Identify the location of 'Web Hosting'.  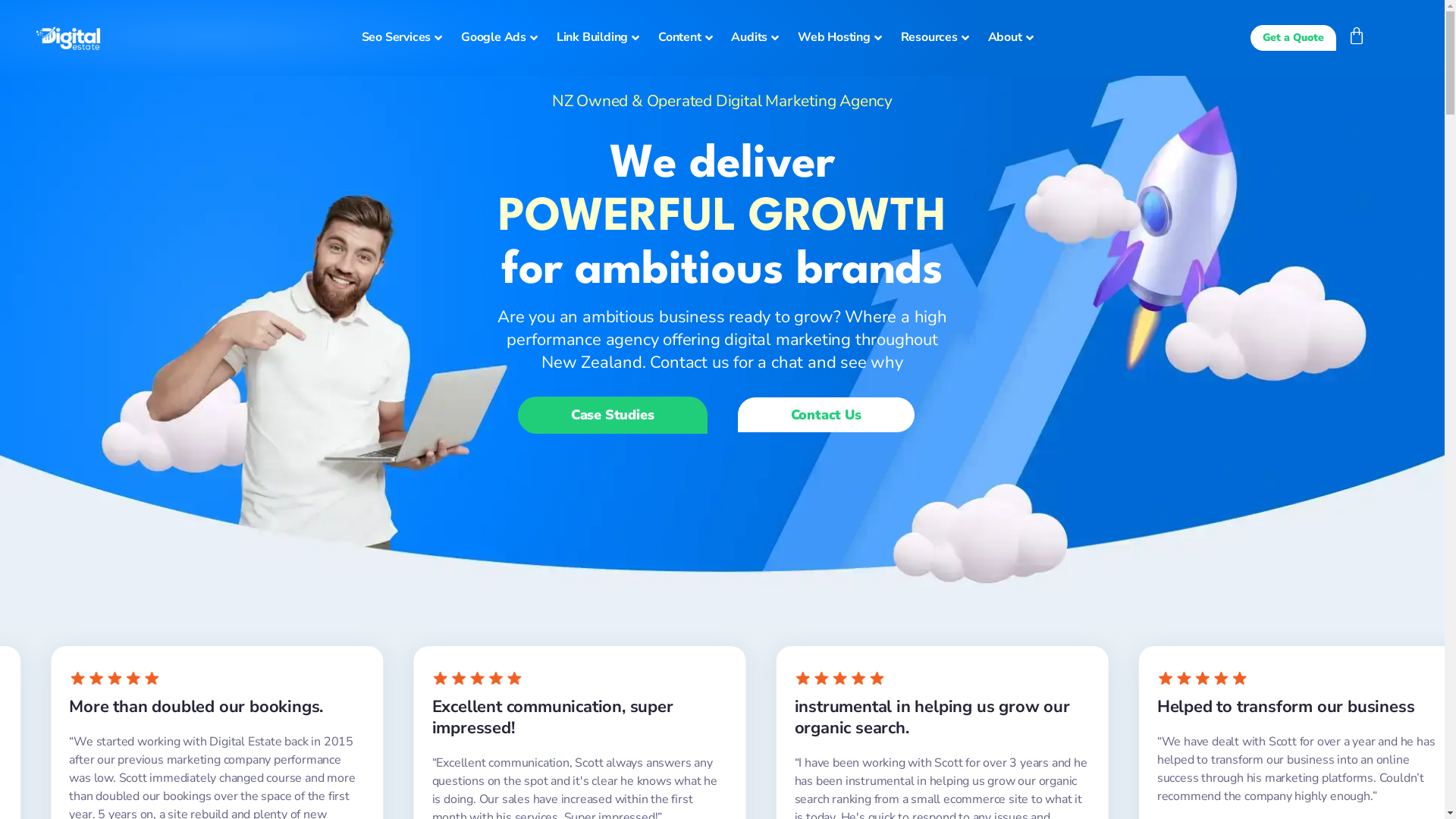
(840, 37).